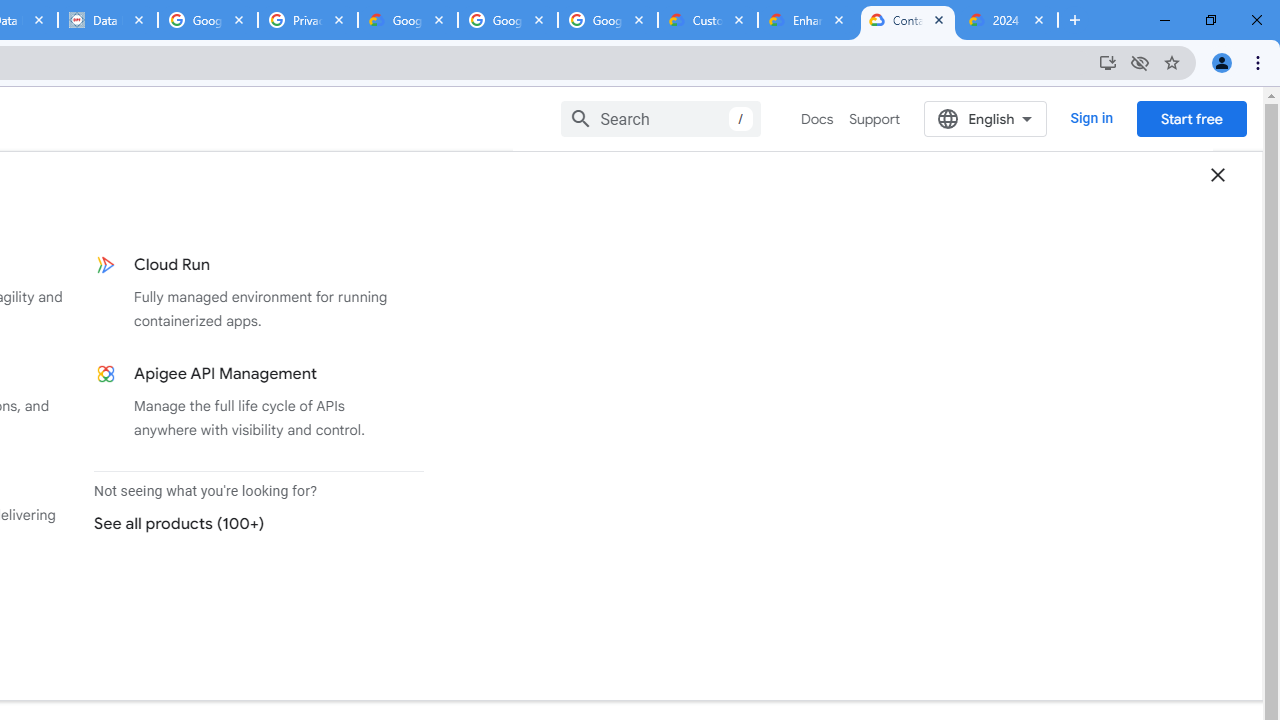 Image resolution: width=1280 pixels, height=720 pixels. I want to click on 'Enhanced Support | Google Cloud', so click(807, 20).